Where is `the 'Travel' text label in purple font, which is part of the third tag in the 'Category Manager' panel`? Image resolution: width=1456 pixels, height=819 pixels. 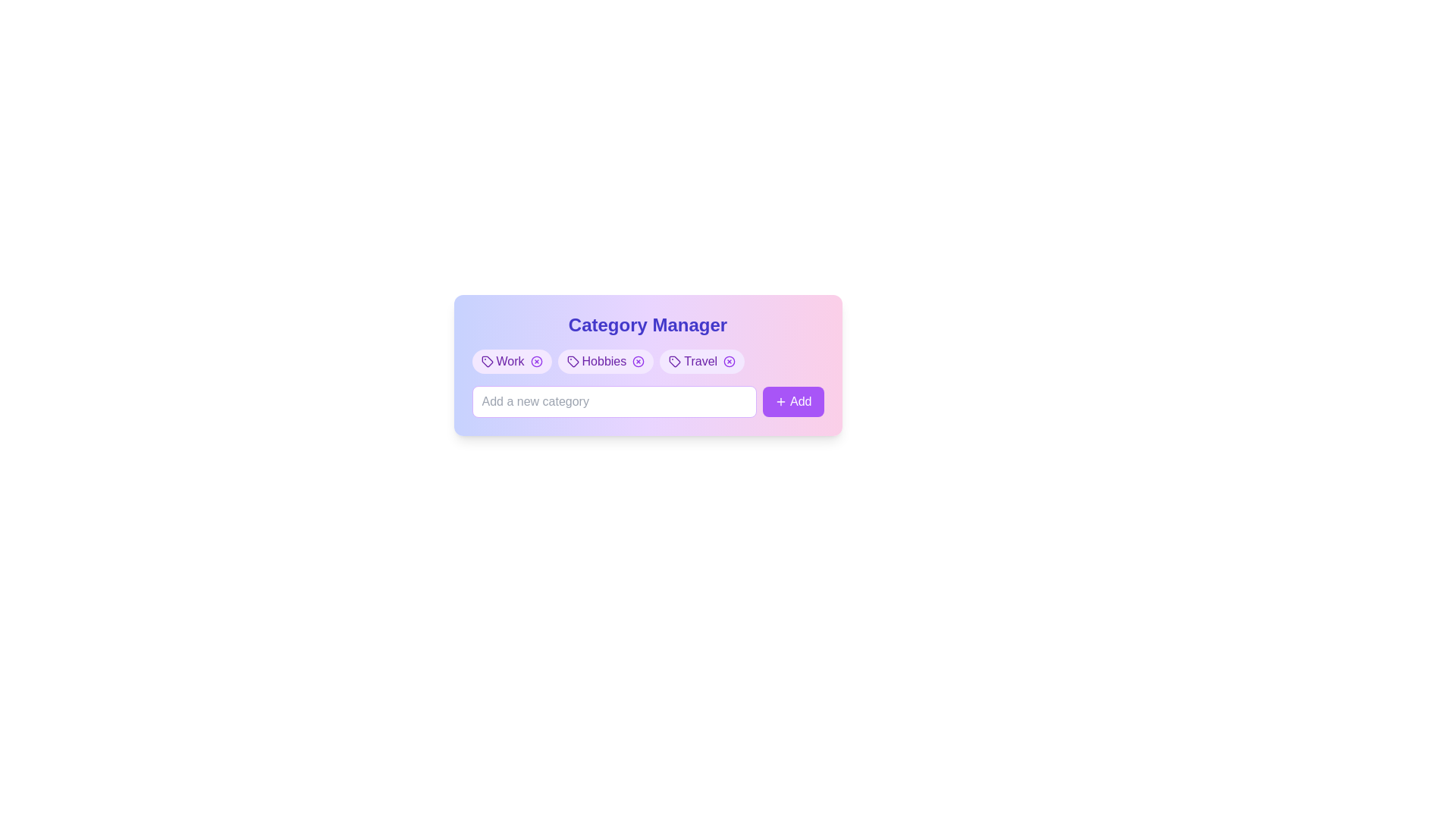
the 'Travel' text label in purple font, which is part of the third tag in the 'Category Manager' panel is located at coordinates (700, 362).